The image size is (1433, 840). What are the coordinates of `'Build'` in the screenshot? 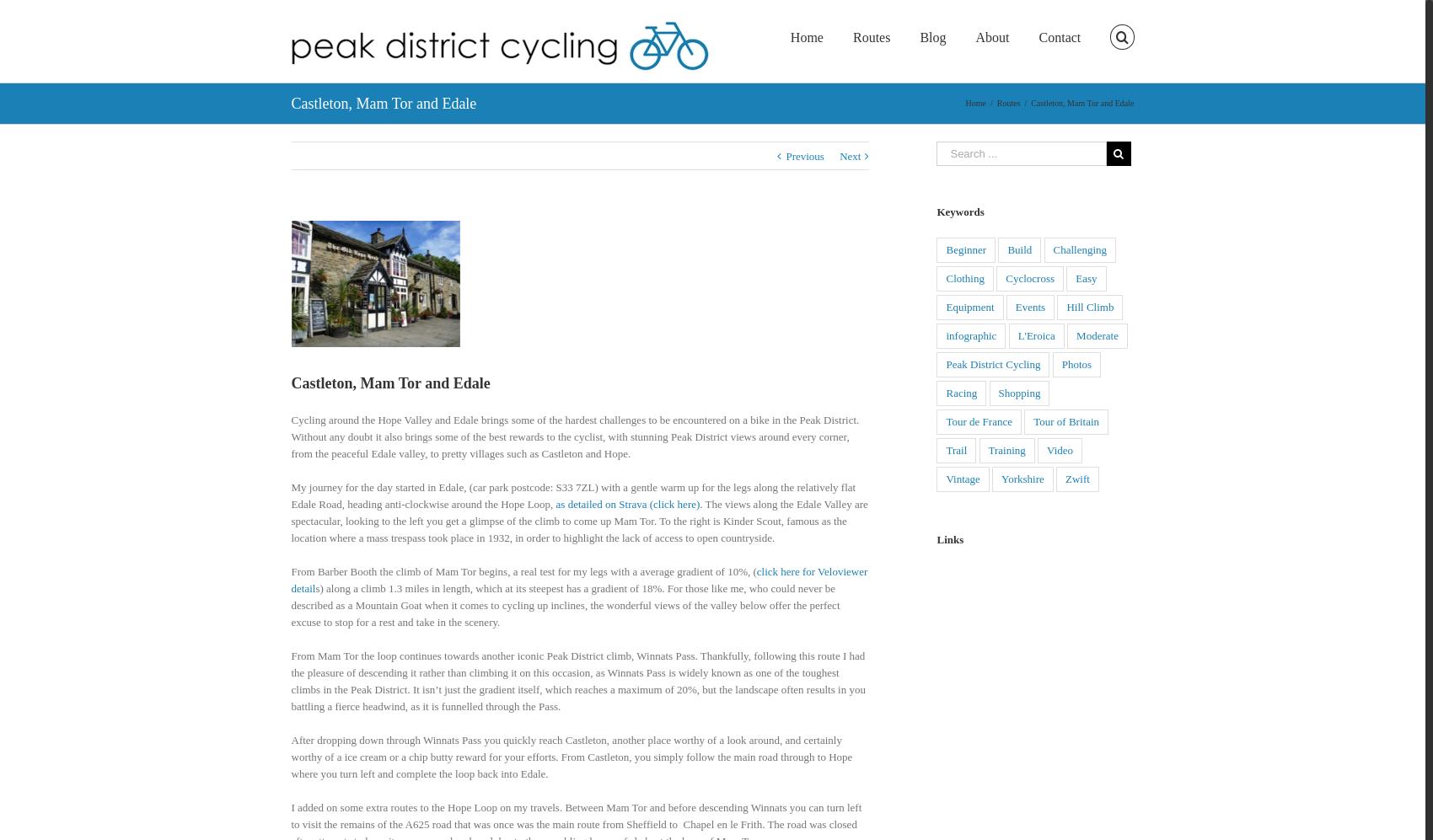 It's located at (1018, 249).